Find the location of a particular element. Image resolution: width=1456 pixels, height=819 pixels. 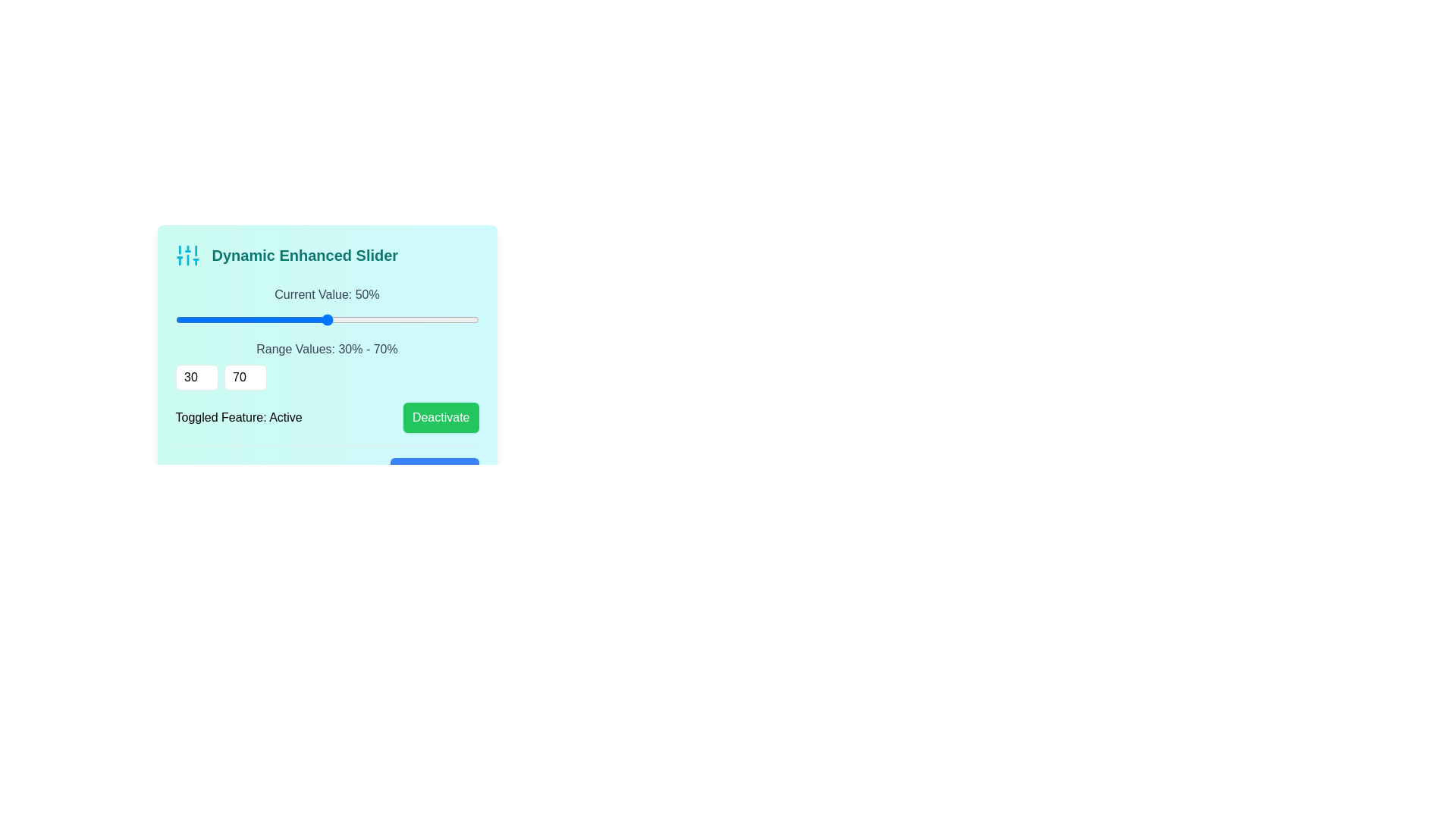

the Text Header with Icon that introduces the segment content for the slider component, titled 'Dynamic Enhanced Slider Current Value: 50% Range Values: 30% - 70% Toggled Feature: Active Deactivate Confirm' is located at coordinates (326, 254).